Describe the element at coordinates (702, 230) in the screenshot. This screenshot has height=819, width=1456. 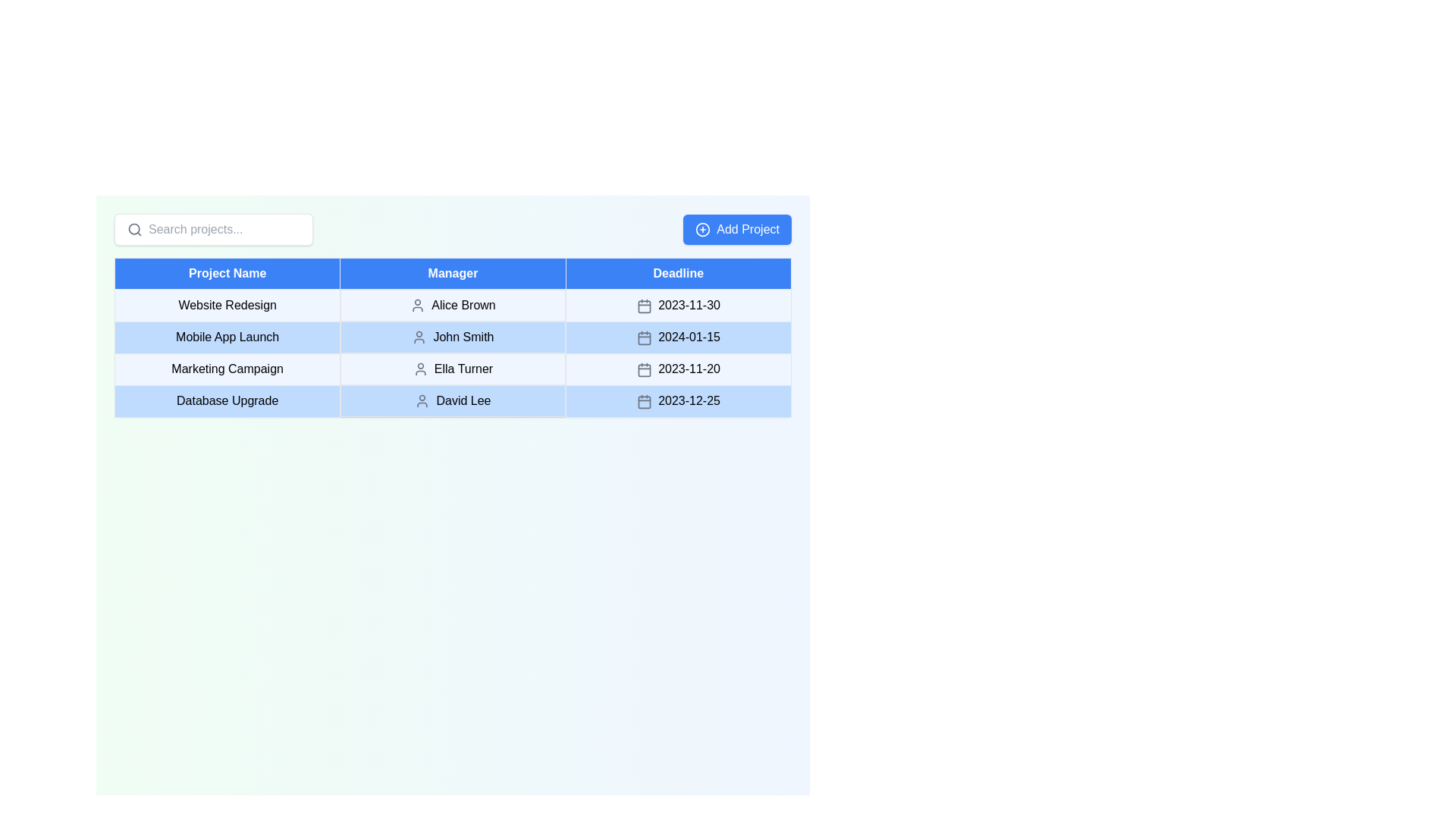
I see `the plus symbol icon located on the left side of the 'Add Project' button` at that location.